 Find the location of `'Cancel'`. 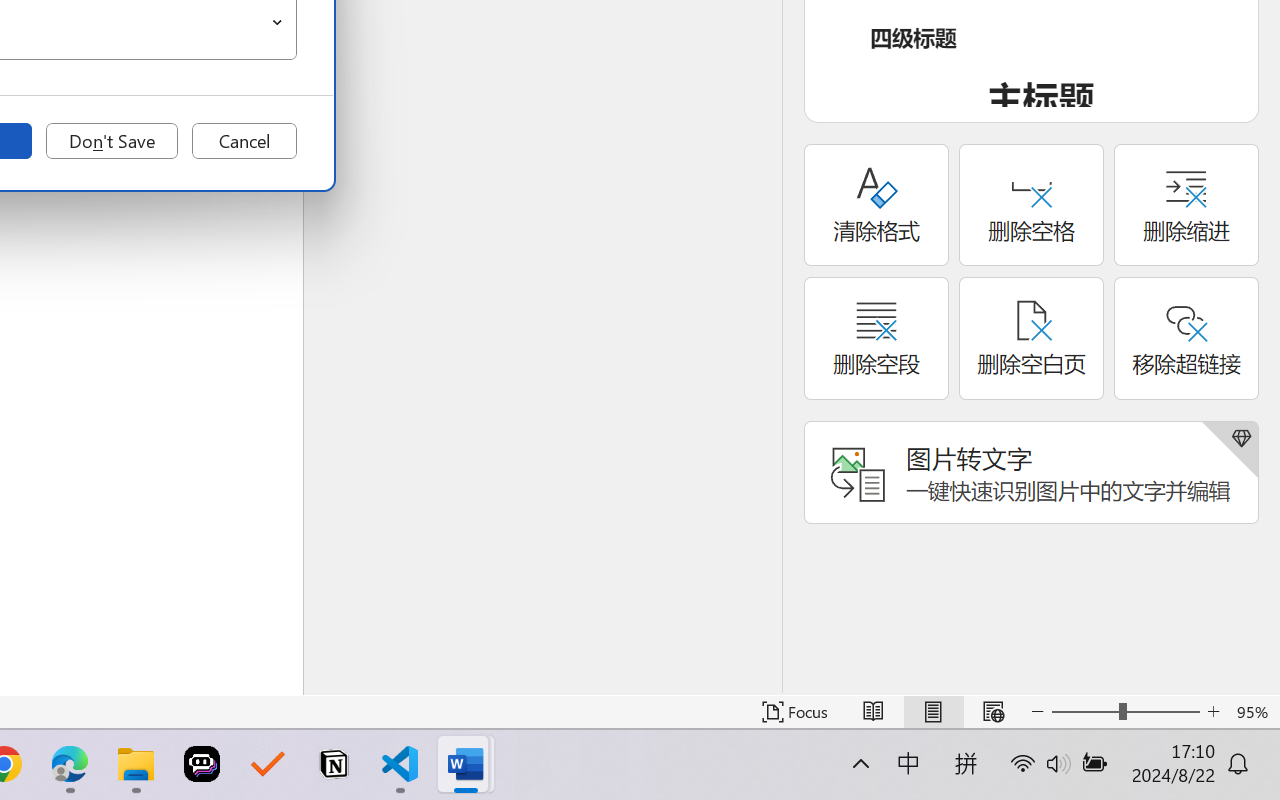

'Cancel' is located at coordinates (243, 141).